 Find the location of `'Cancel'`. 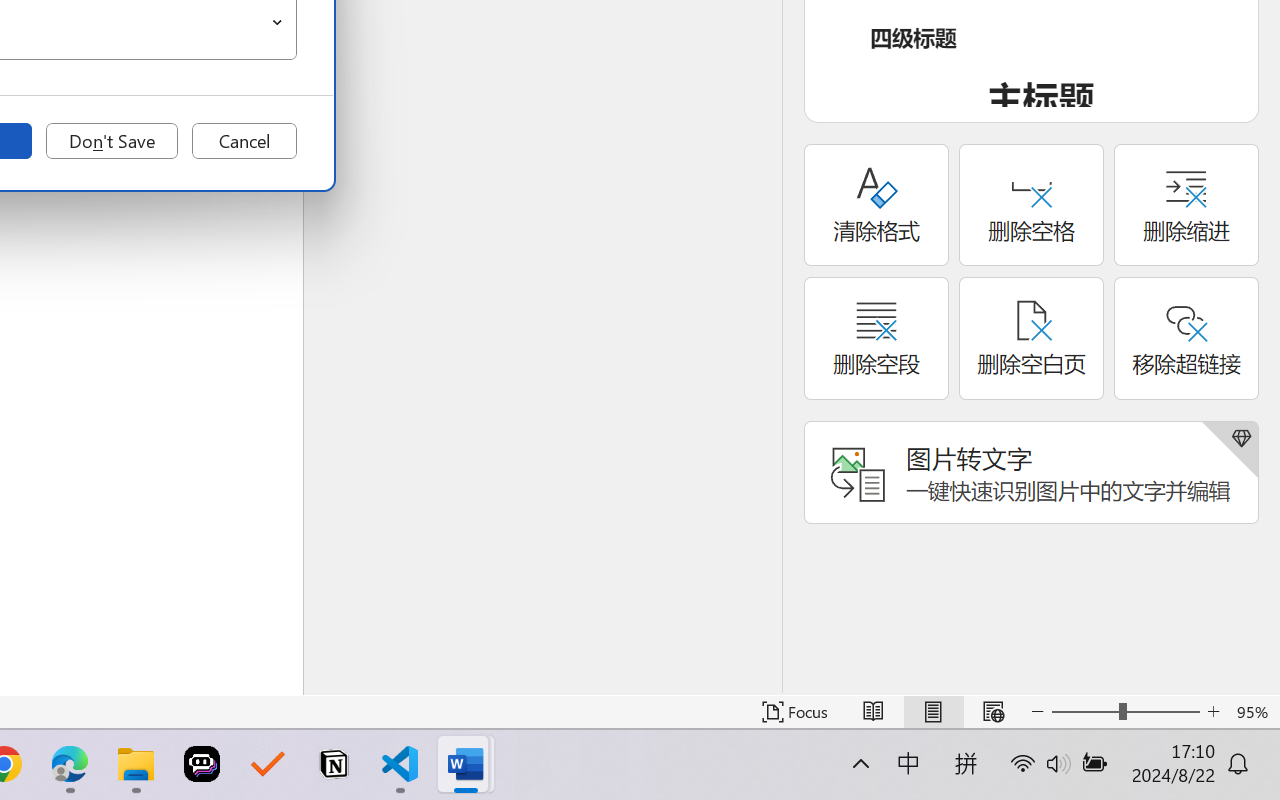

'Cancel' is located at coordinates (243, 141).